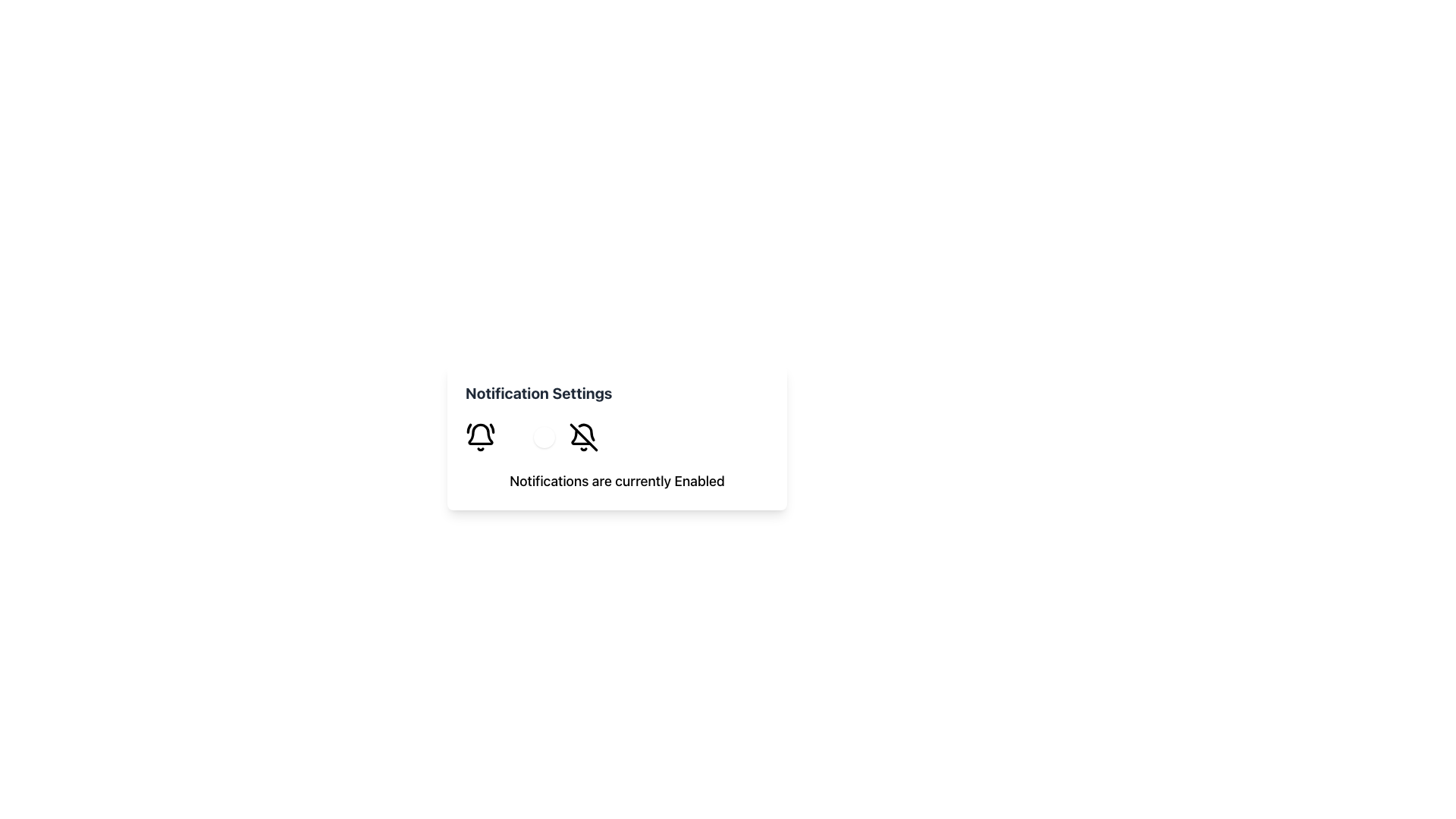  What do you see at coordinates (698, 481) in the screenshot?
I see `the Text Label that displays the current status of notifications, which shows 'Enabled' at the bottom-right part of the notification settings card` at bounding box center [698, 481].